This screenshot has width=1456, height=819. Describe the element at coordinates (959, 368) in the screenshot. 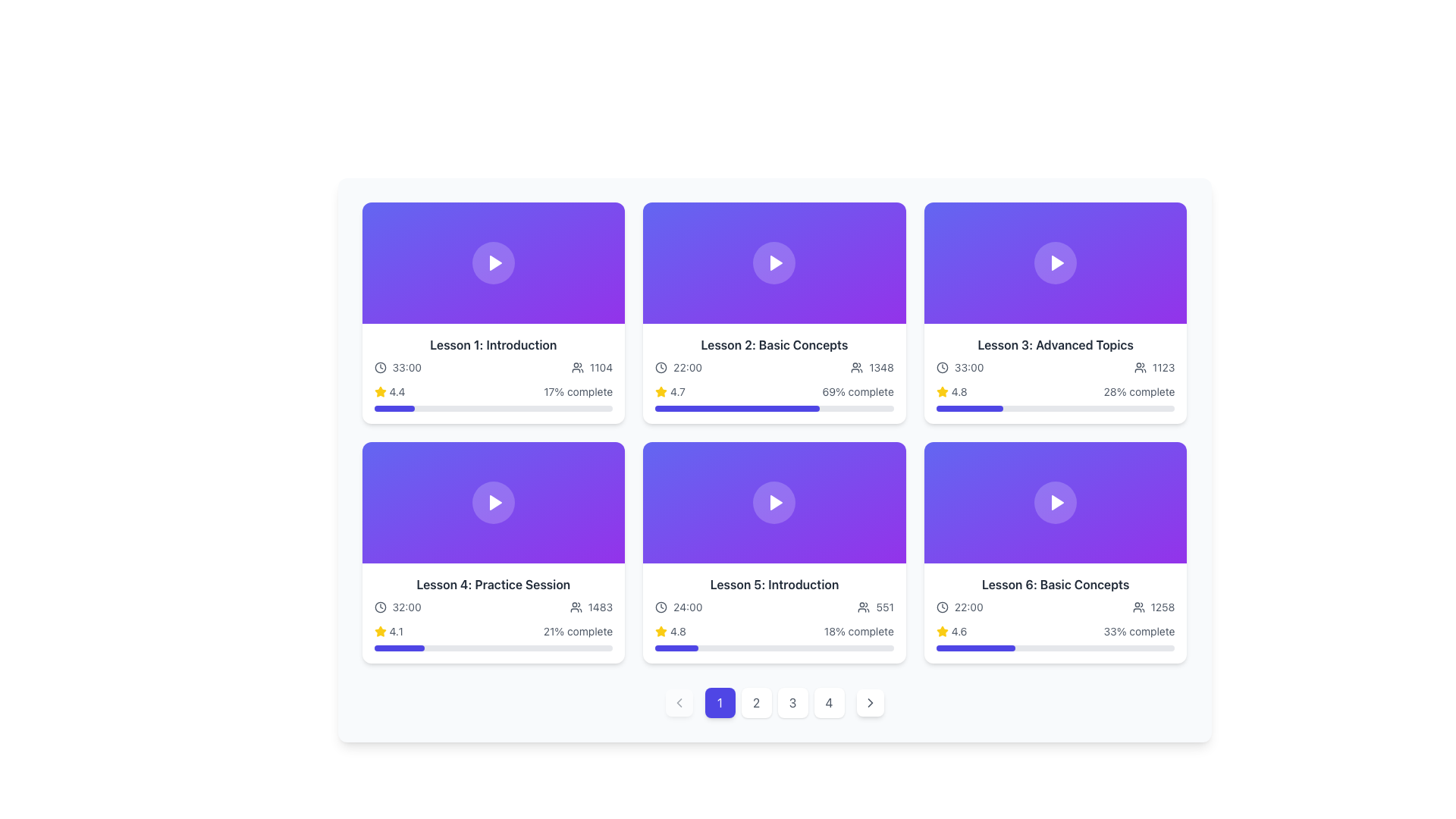

I see `the text and clock icon displaying '33:00' in the 'Lesson 3: Advanced Topics' card located in the top right corner of the grid` at that location.